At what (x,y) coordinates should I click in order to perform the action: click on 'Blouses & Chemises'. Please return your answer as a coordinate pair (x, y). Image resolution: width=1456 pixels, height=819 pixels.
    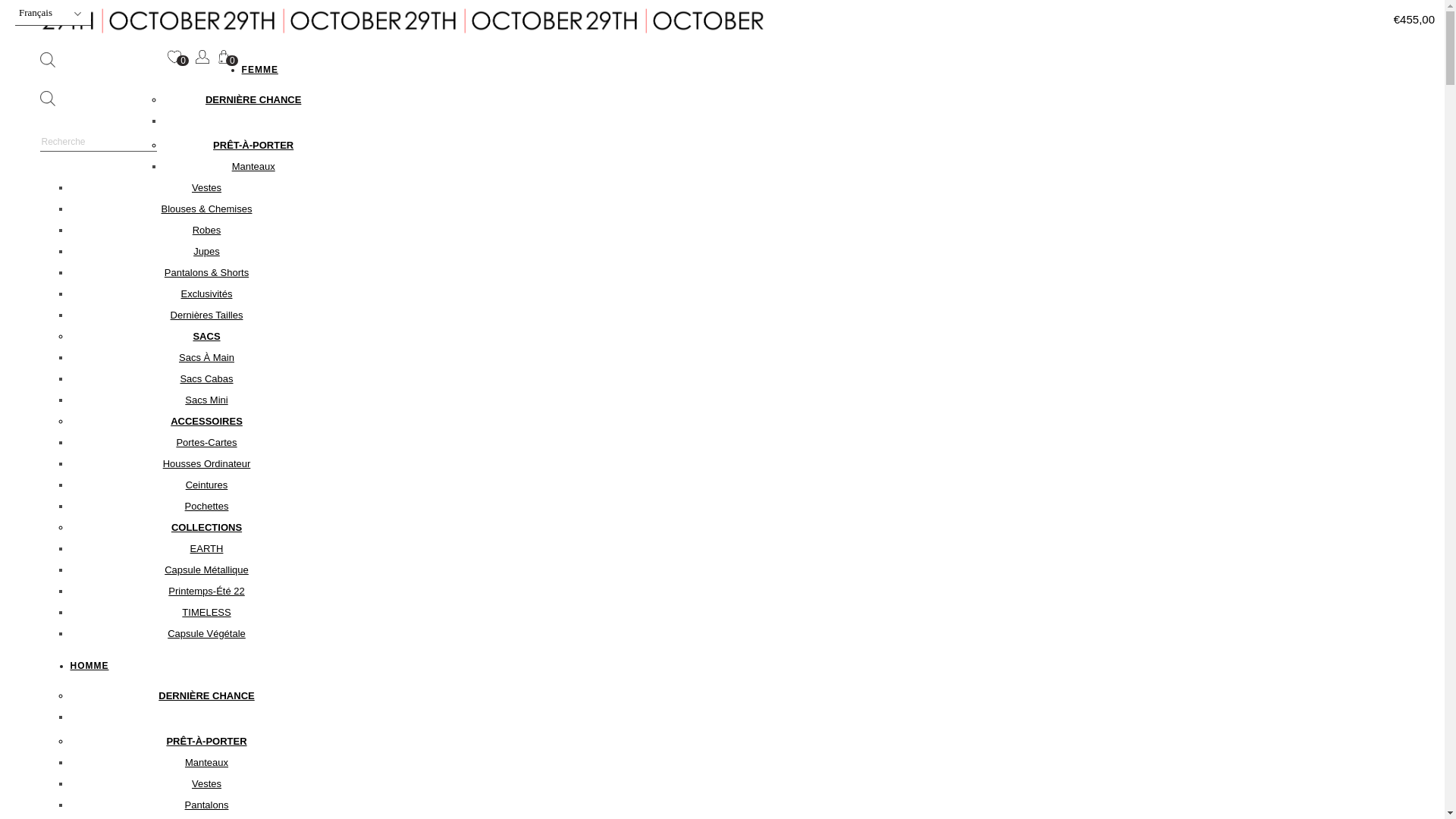
    Looking at the image, I should click on (206, 209).